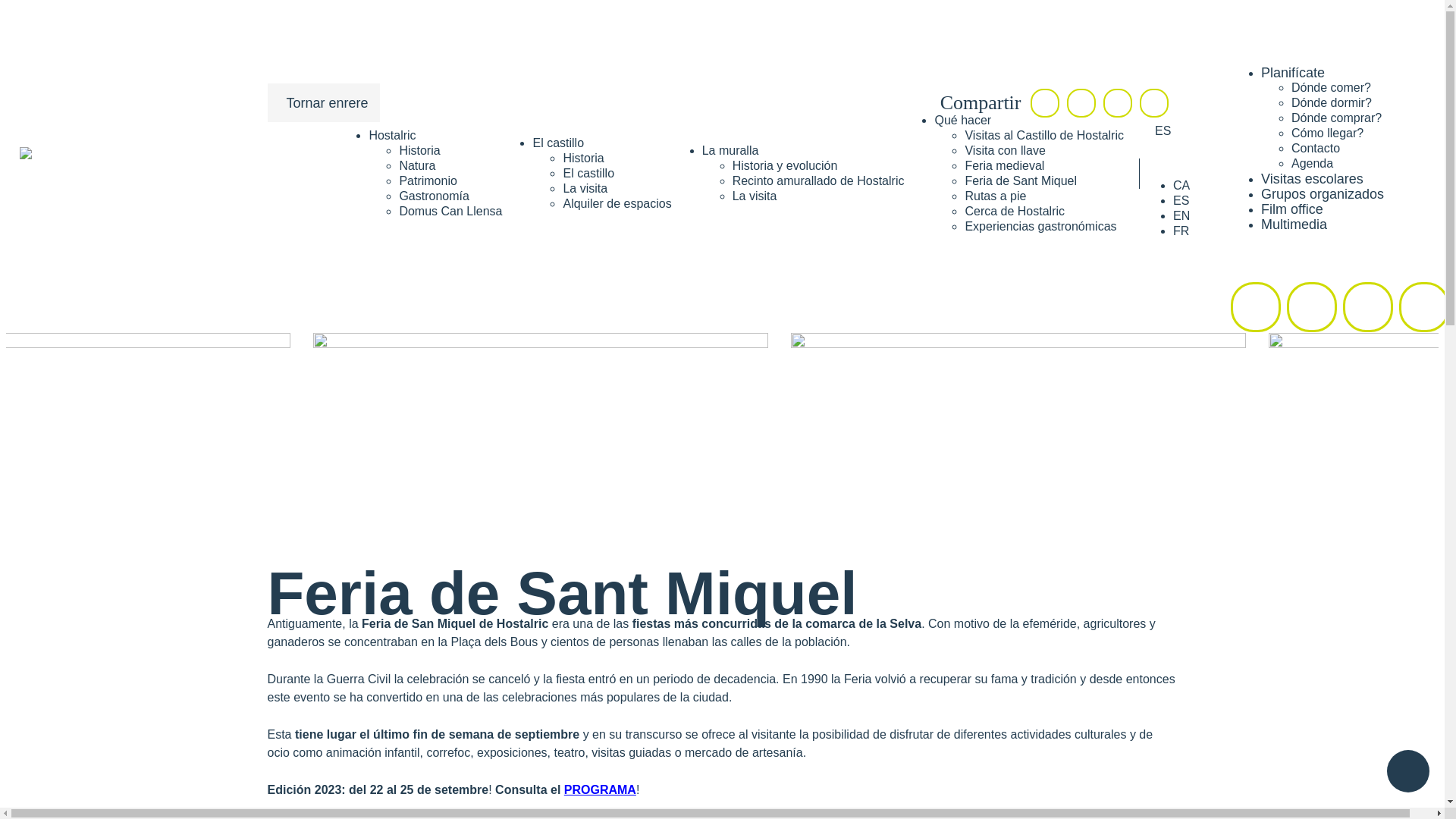  Describe the element at coordinates (417, 165) in the screenshot. I see `'Natura'` at that location.